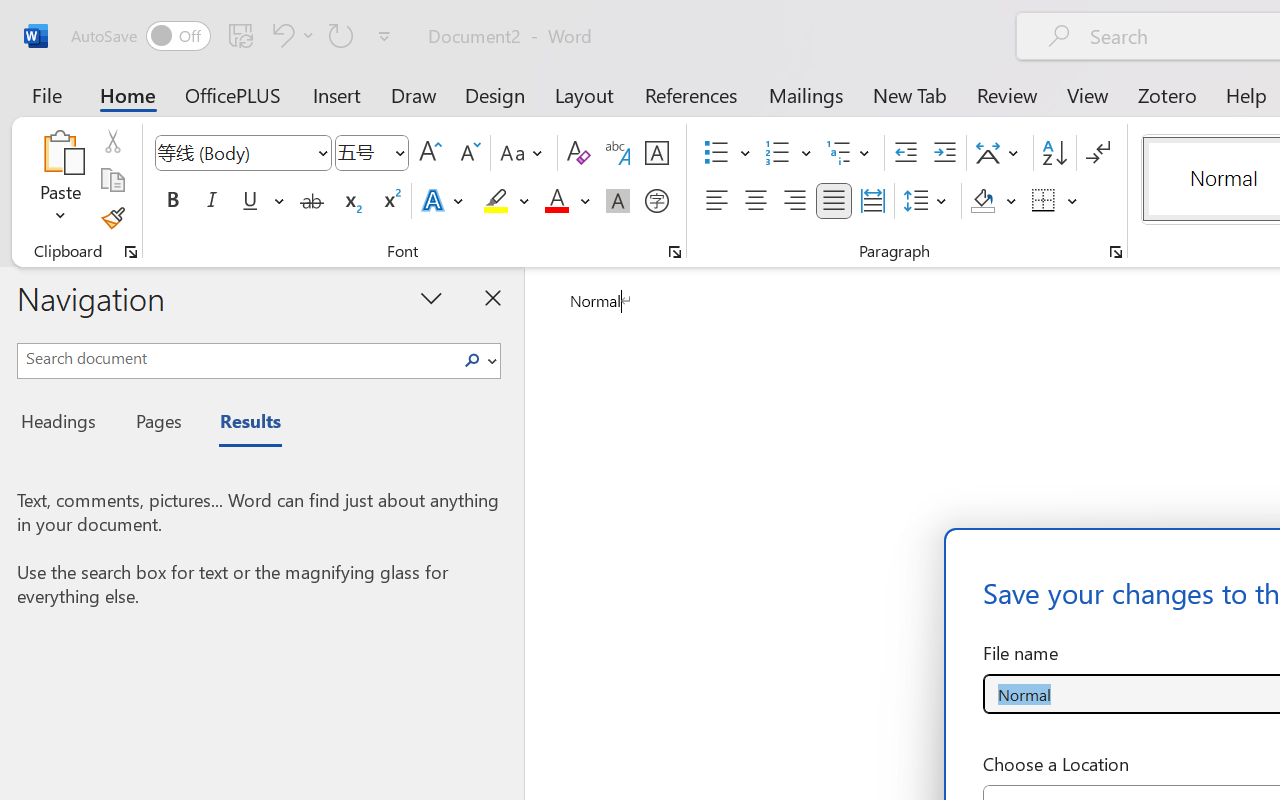 This screenshot has width=1280, height=800. What do you see at coordinates (909, 94) in the screenshot?
I see `'New Tab'` at bounding box center [909, 94].